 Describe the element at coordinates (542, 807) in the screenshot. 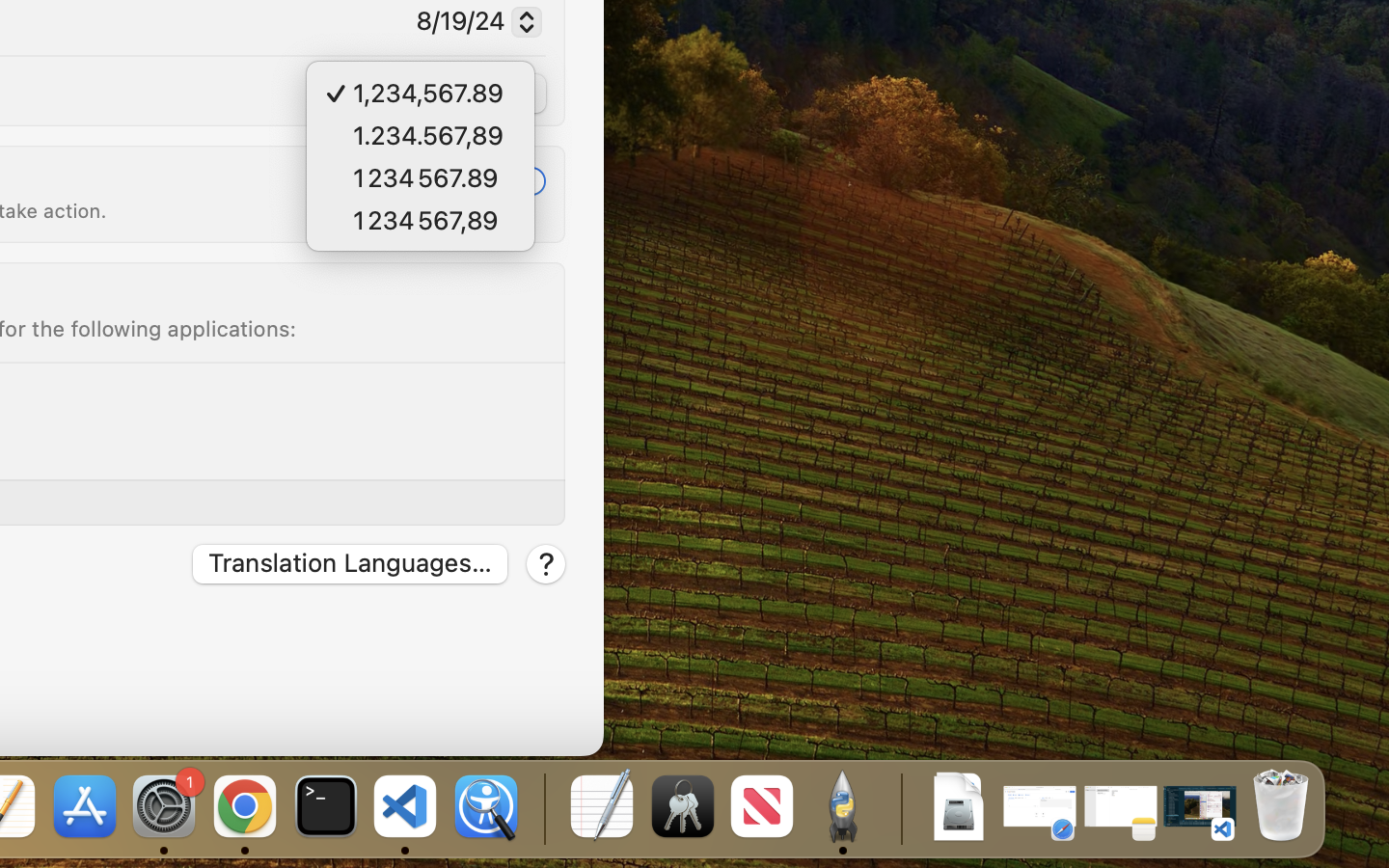

I see `'0.4285714328289032'` at that location.